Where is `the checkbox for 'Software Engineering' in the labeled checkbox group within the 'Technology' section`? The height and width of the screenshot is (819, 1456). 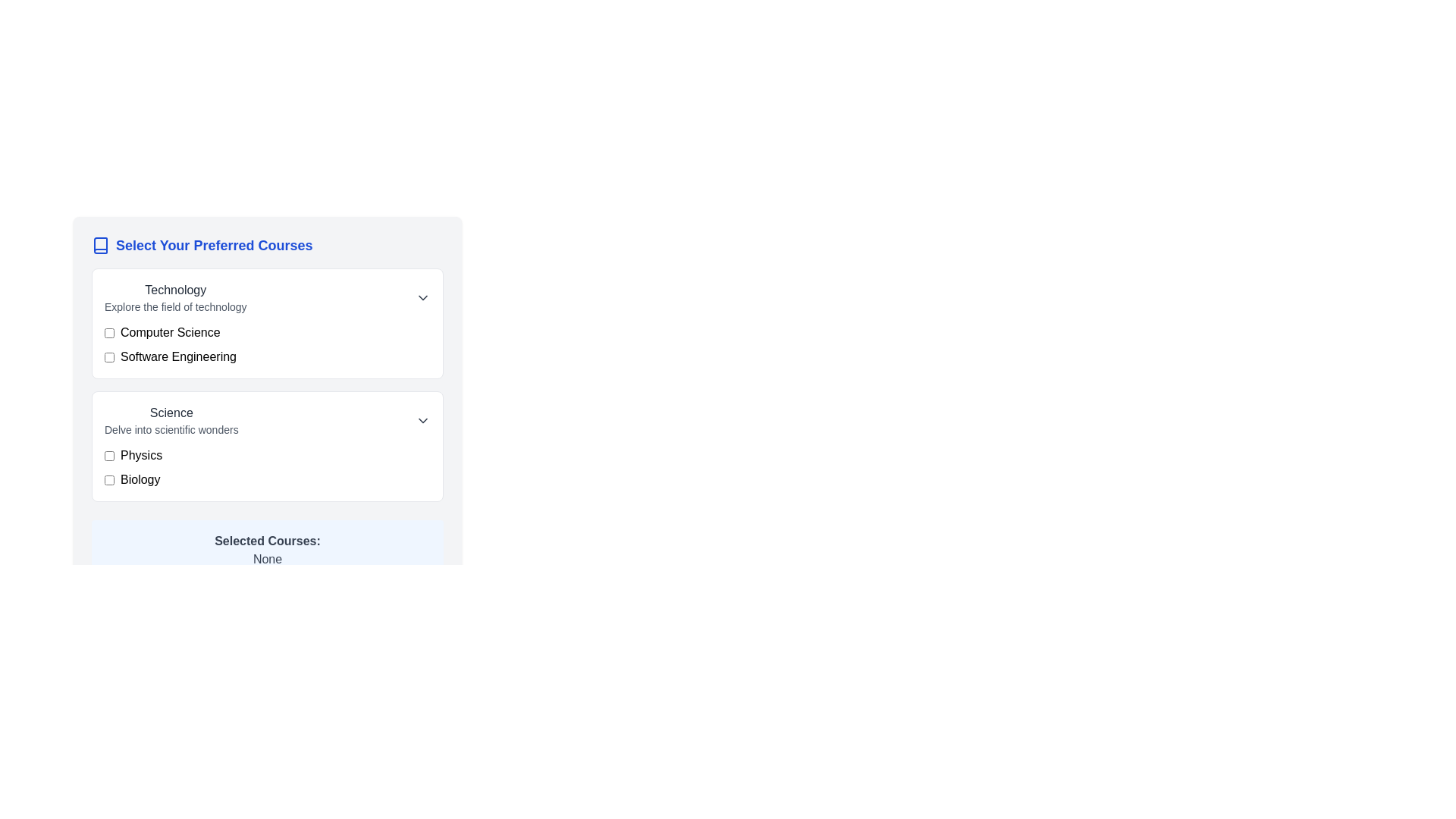
the checkbox for 'Software Engineering' in the labeled checkbox group within the 'Technology' section is located at coordinates (268, 345).